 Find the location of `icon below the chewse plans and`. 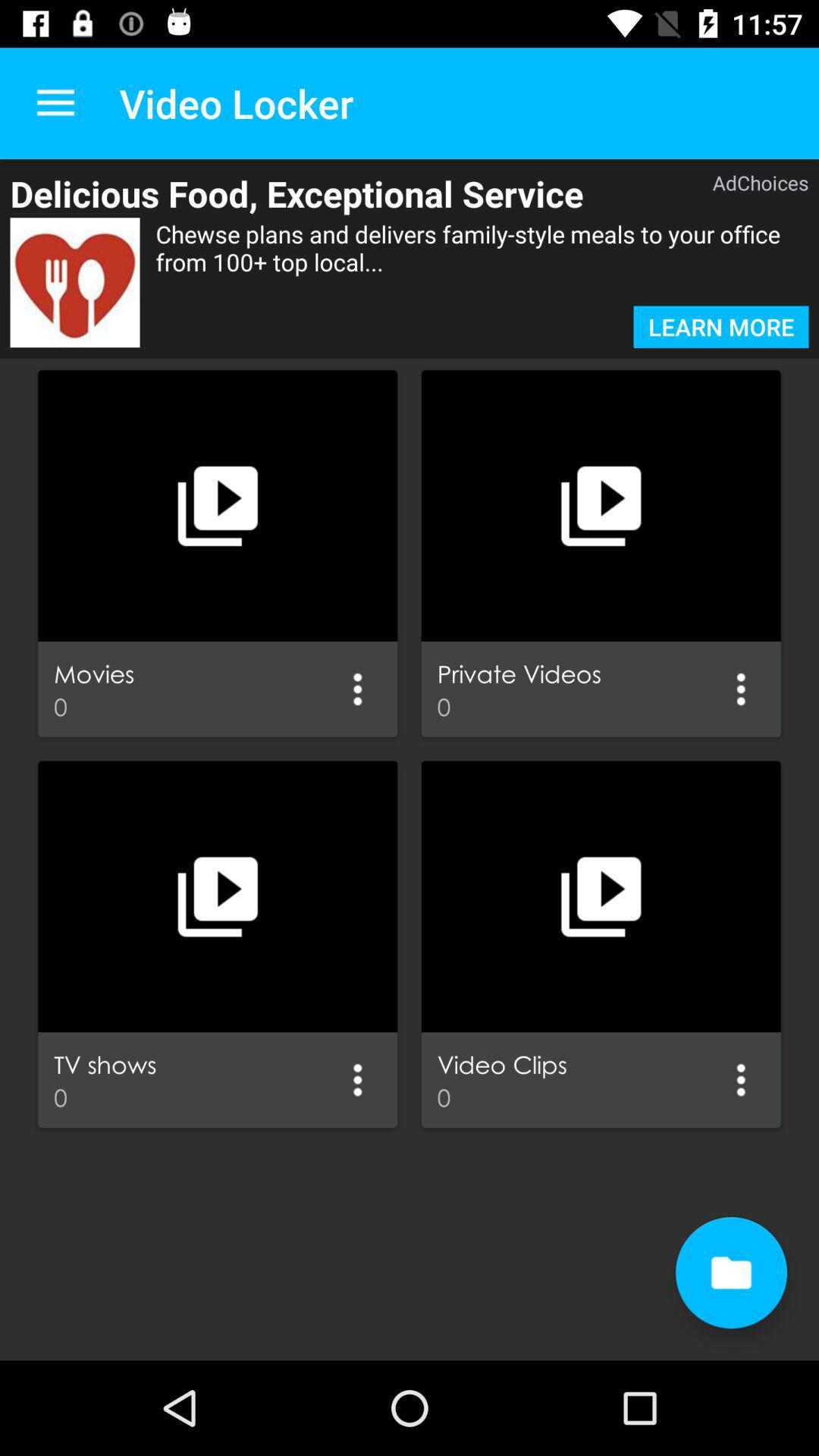

icon below the chewse plans and is located at coordinates (720, 326).